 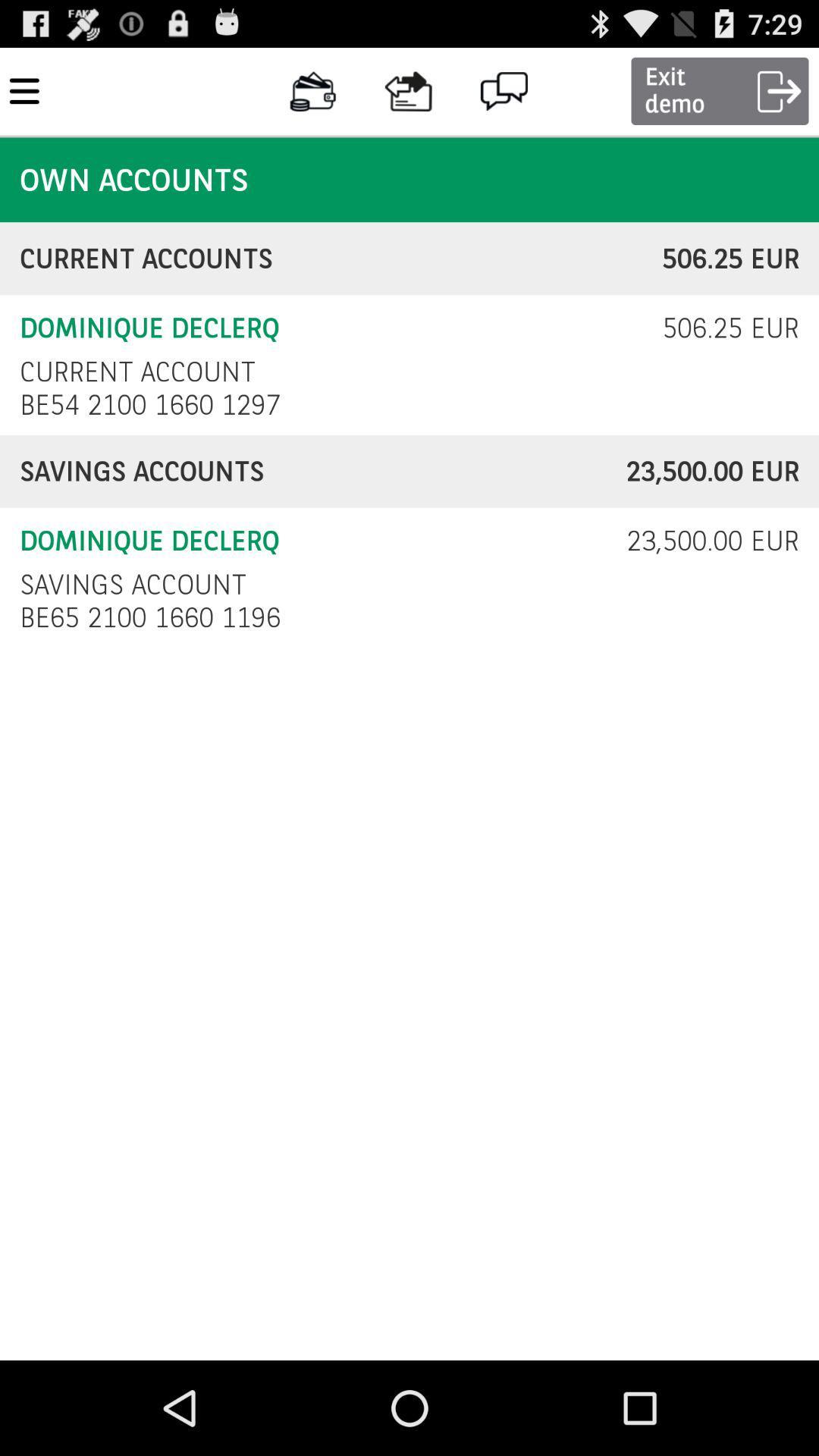 I want to click on icon to the left of the 506.25 eur item, so click(x=341, y=259).